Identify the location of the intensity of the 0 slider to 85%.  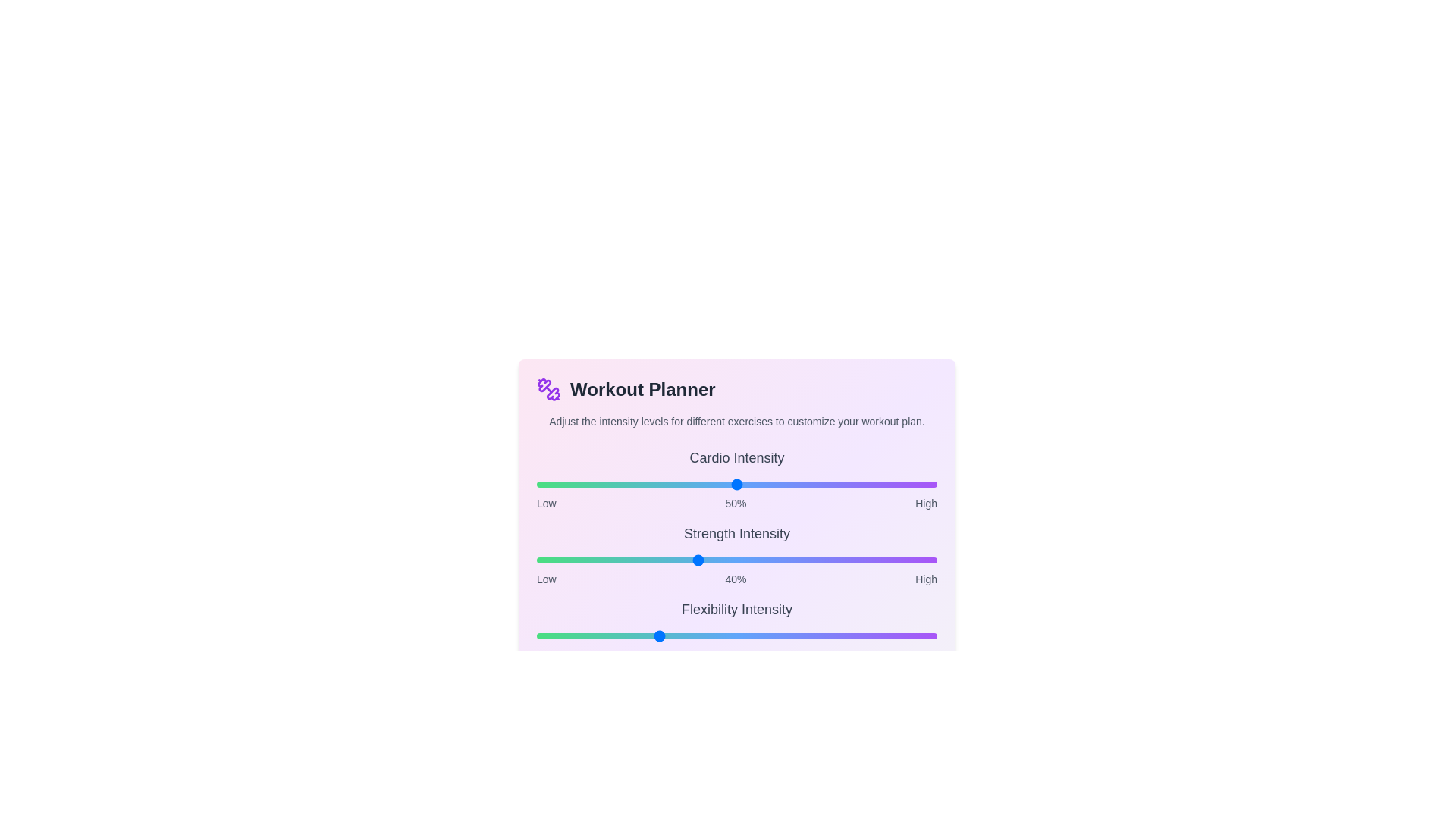
(877, 485).